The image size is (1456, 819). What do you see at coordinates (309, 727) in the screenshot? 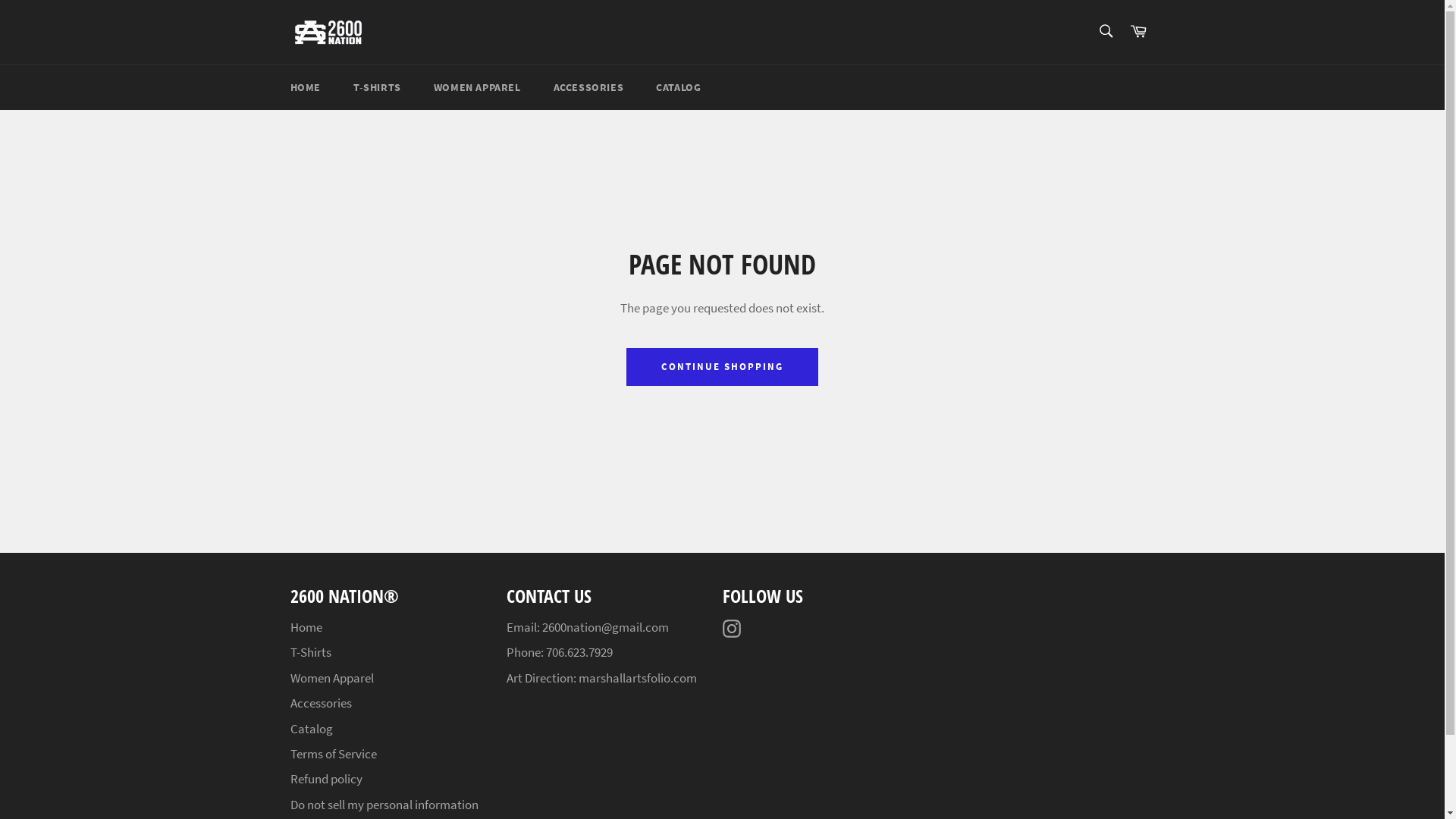
I see `'Catalog'` at bounding box center [309, 727].